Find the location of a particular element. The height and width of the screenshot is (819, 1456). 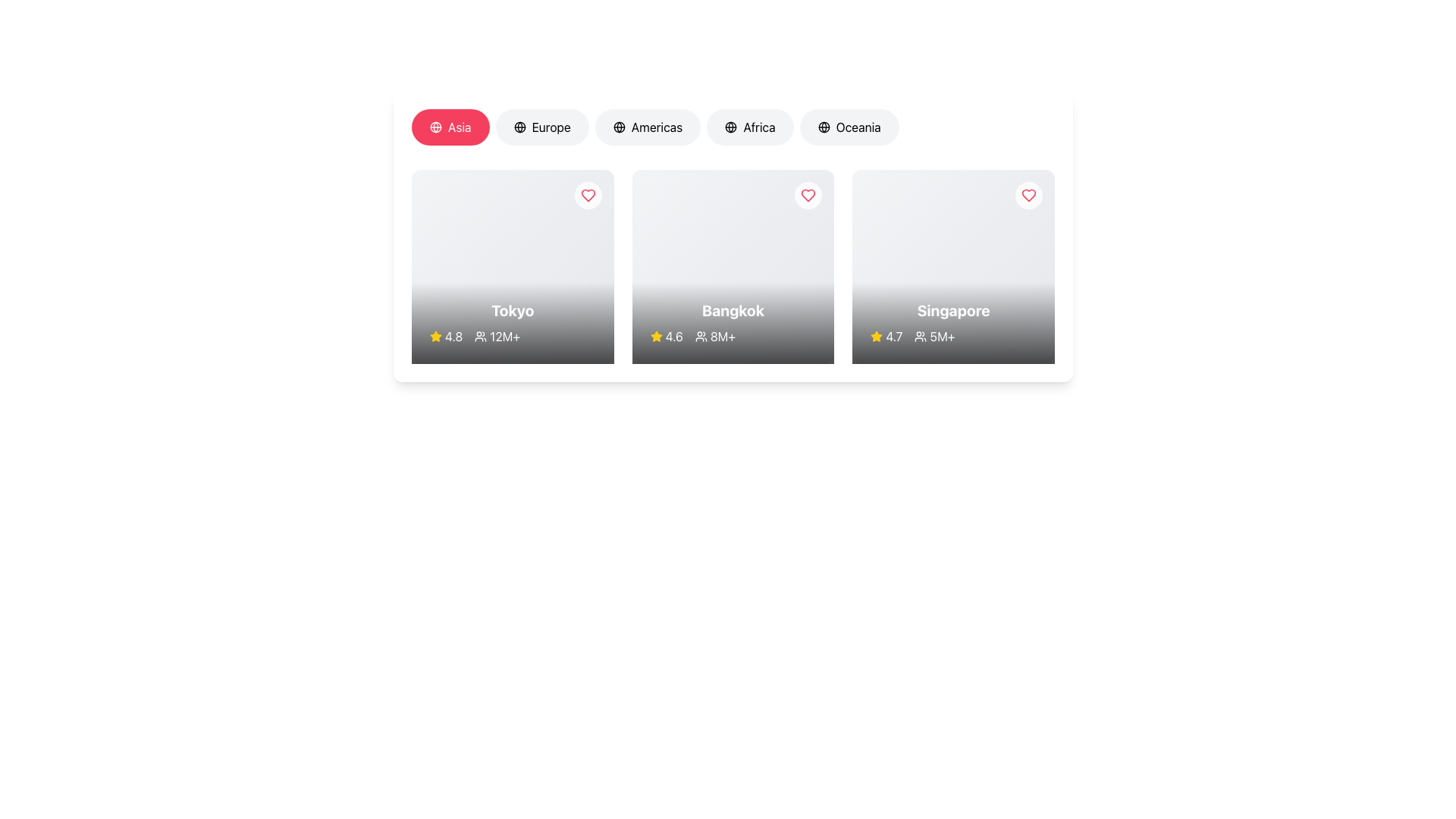

the rating icon located at the bottom-left corner of the 'Tokyo' card, which visually represents the rating value of 4.8 is located at coordinates (435, 335).